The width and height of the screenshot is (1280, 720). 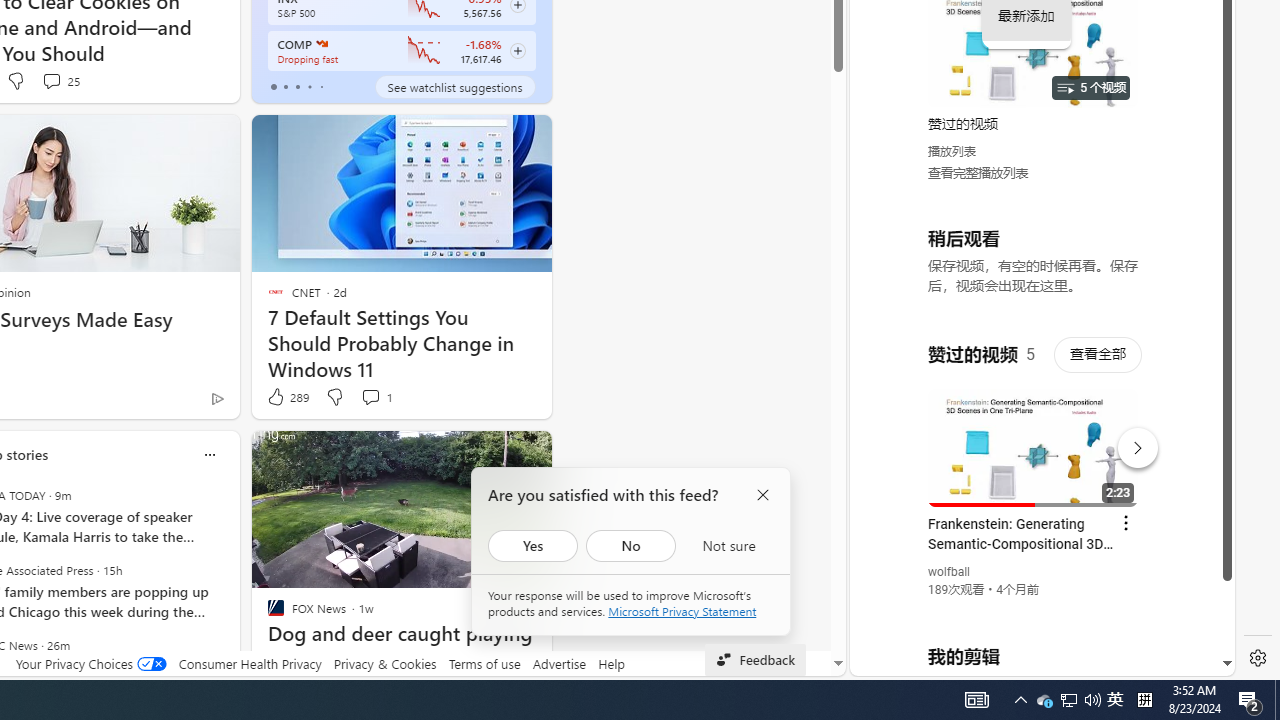 I want to click on 'tab-3', so click(x=308, y=86).